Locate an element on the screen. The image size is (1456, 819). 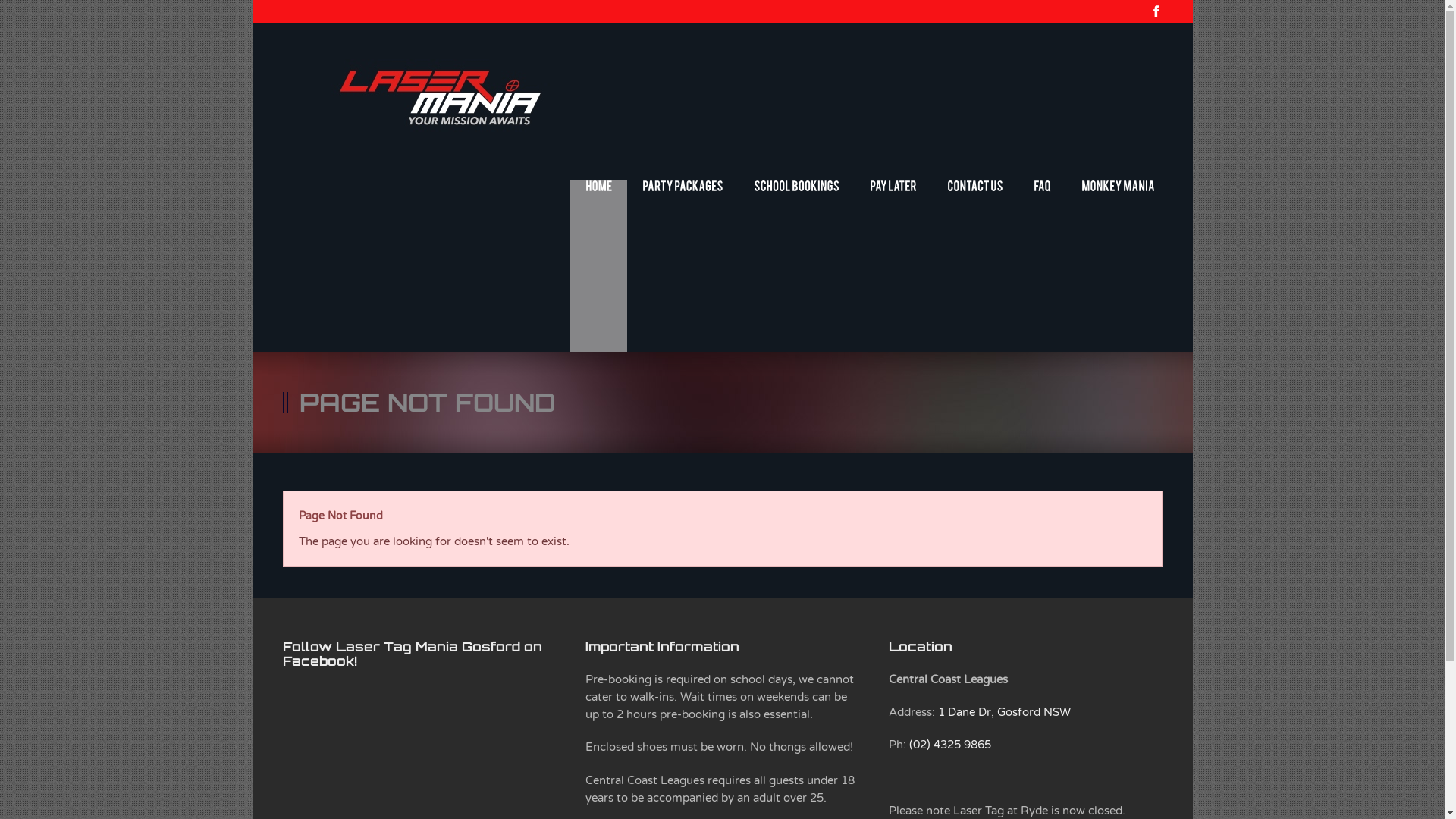
'1 Dane Dr, Gosford NSW' is located at coordinates (937, 711).